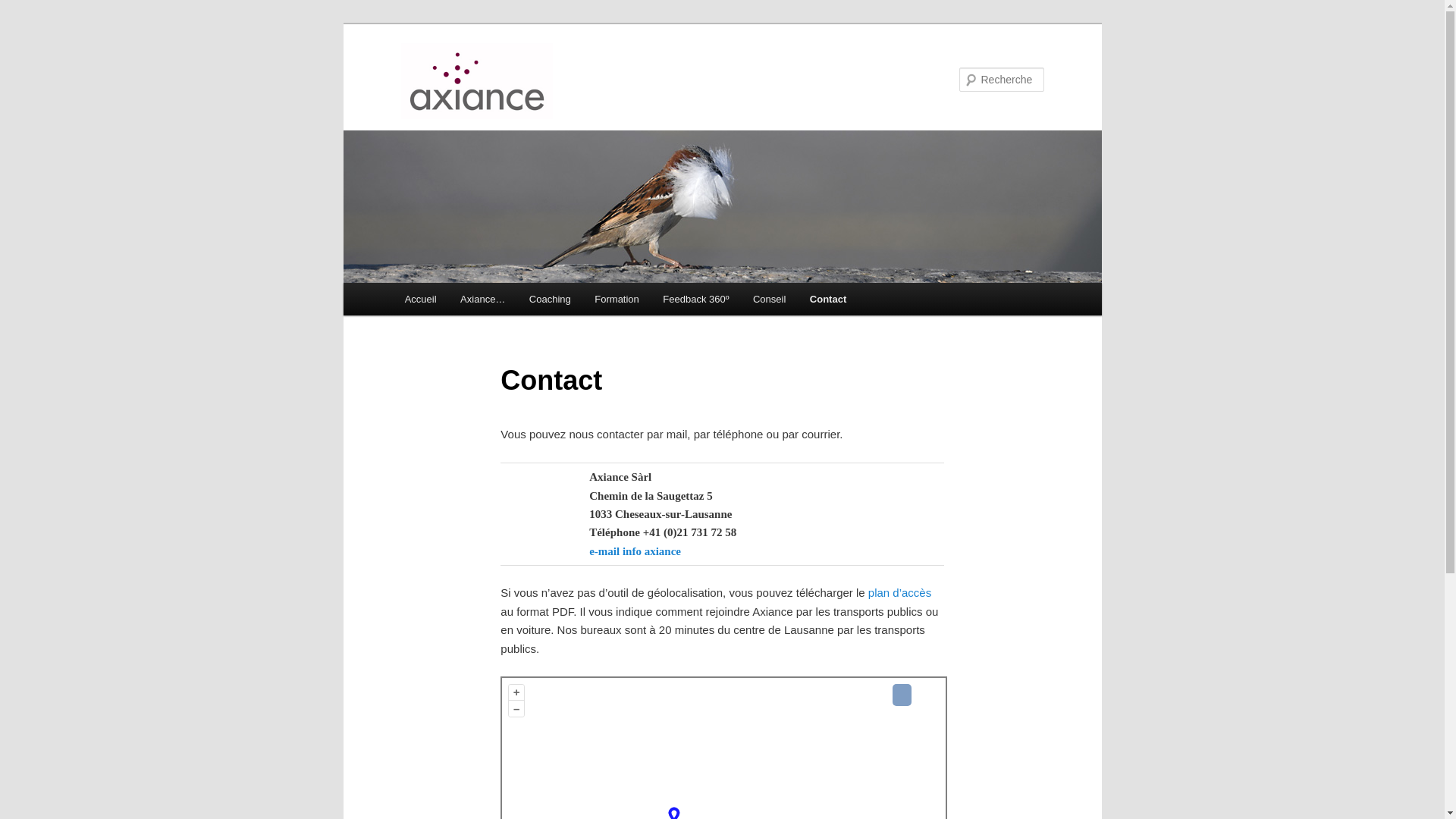 Image resolution: width=1456 pixels, height=819 pixels. Describe the element at coordinates (635, 551) in the screenshot. I see `'e-mail info axiance'` at that location.